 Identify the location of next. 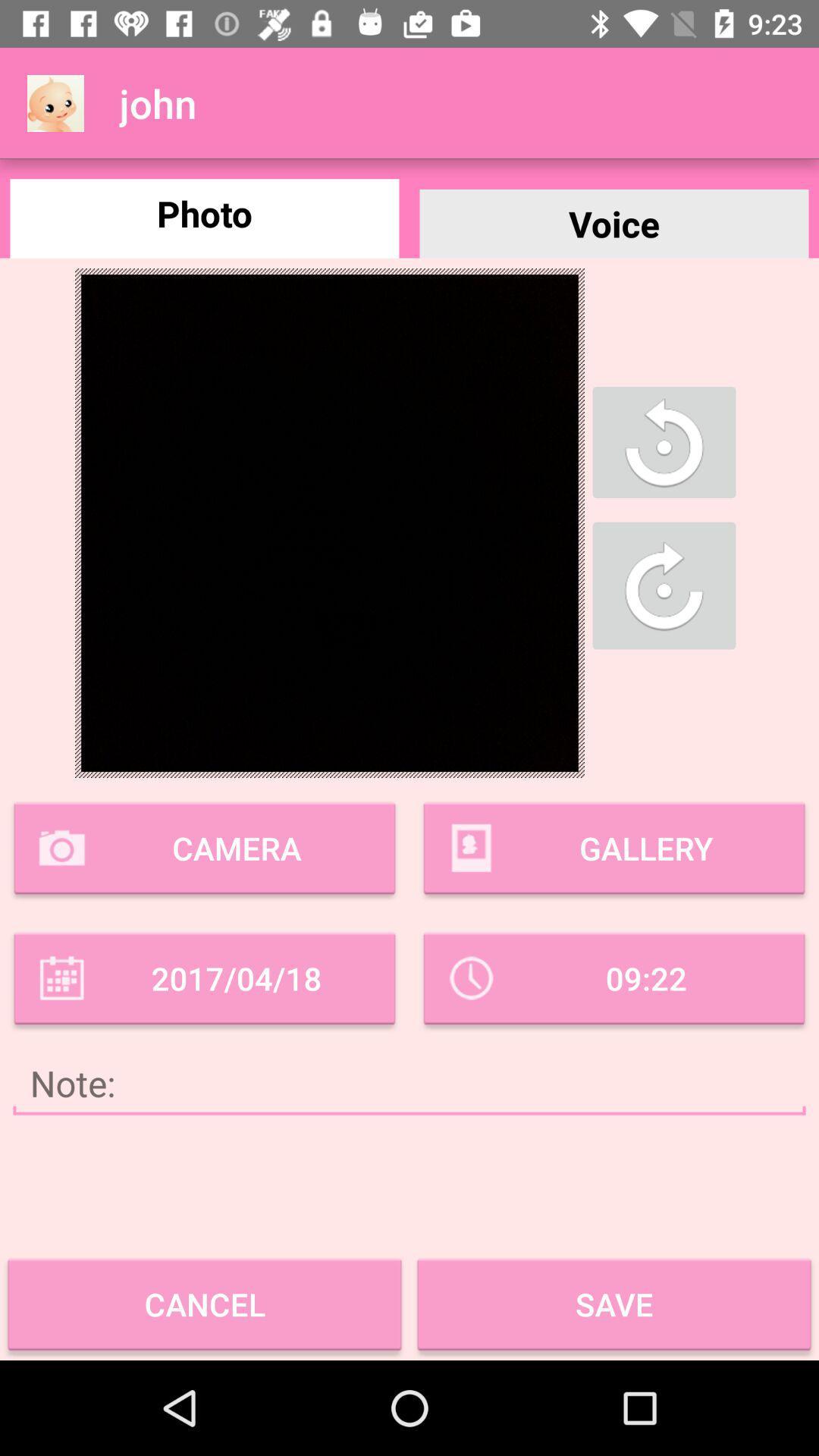
(663, 585).